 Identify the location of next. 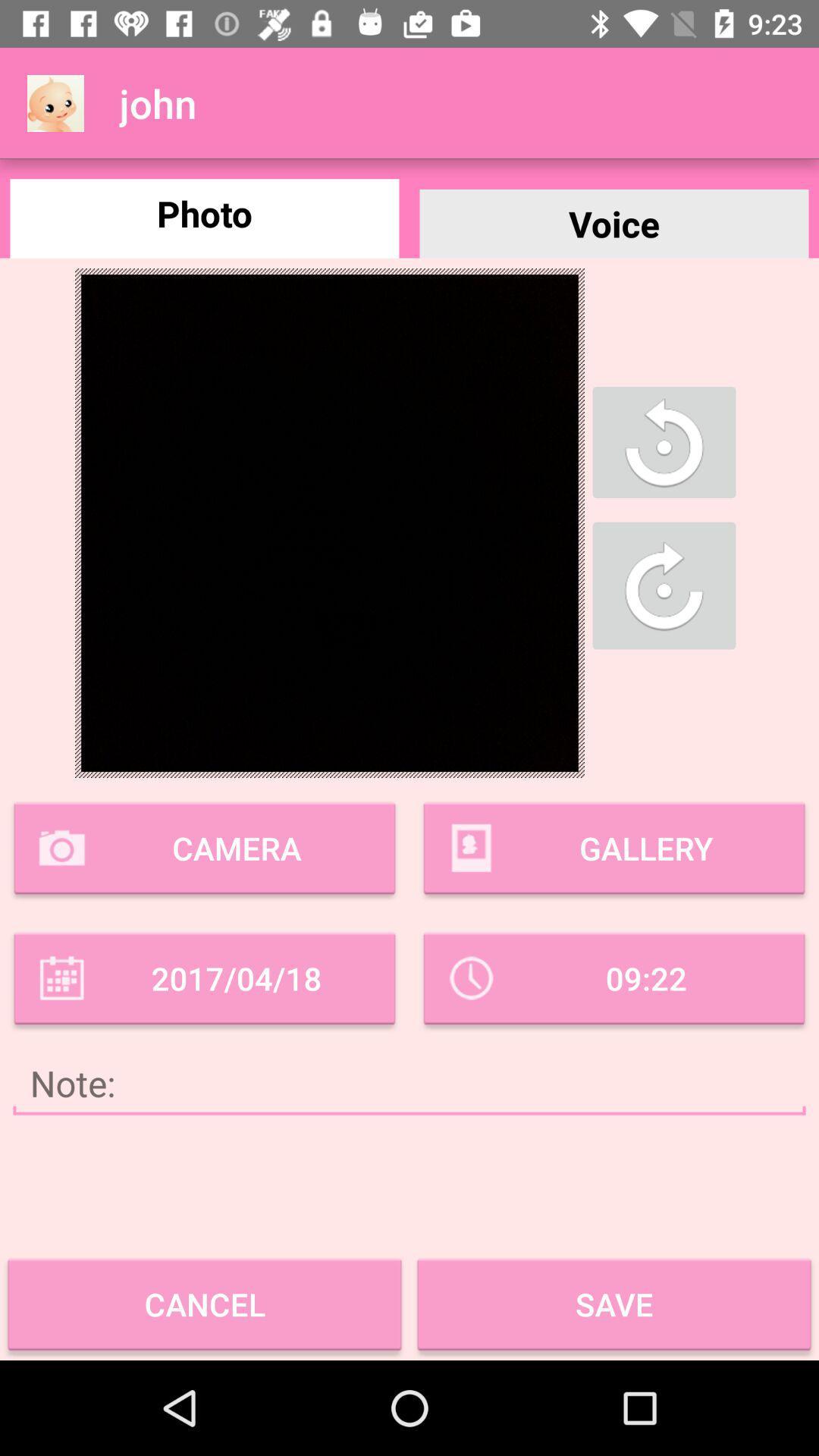
(663, 585).